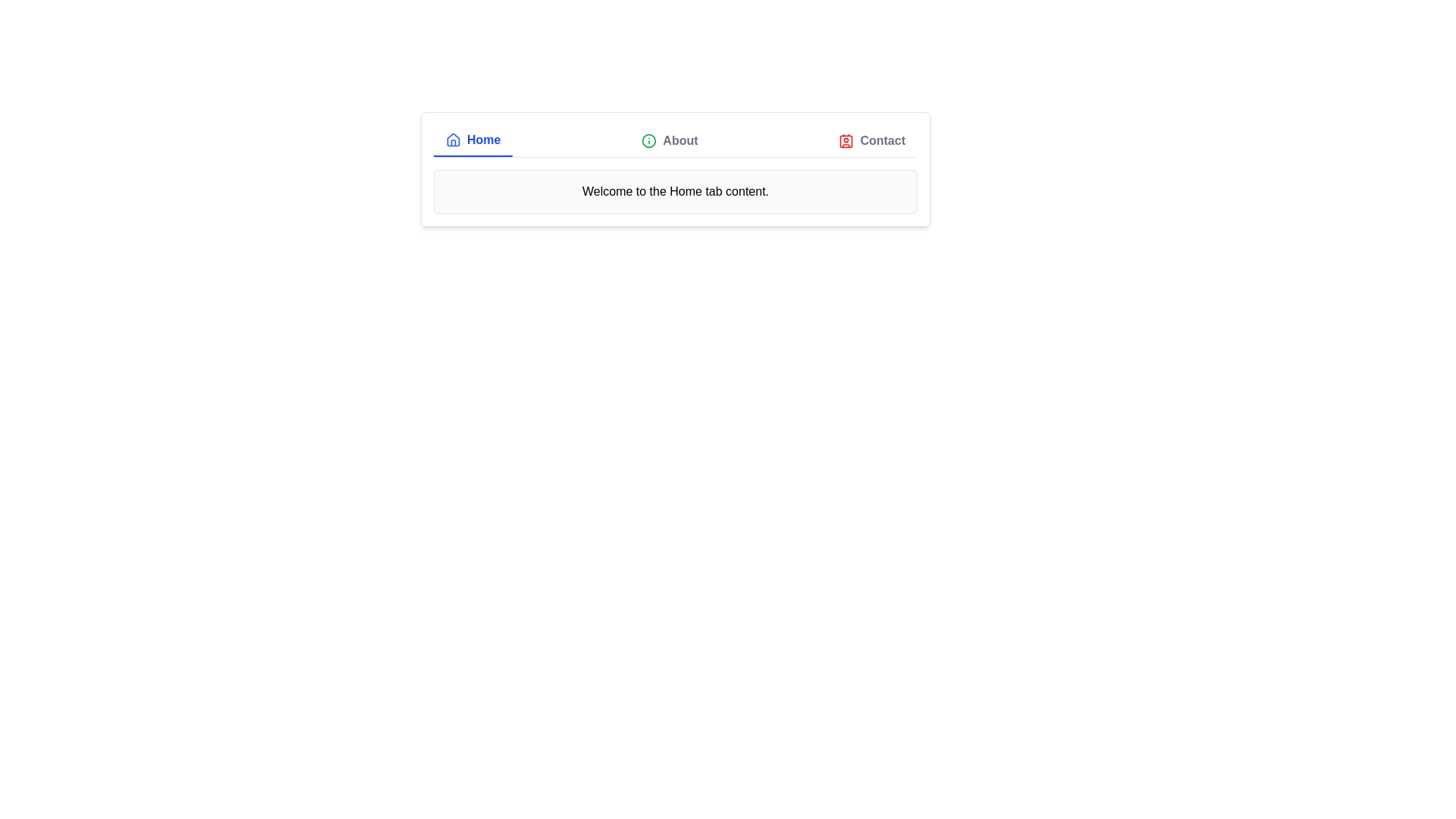 The image size is (1456, 819). What do you see at coordinates (679, 140) in the screenshot?
I see `the 'About' text label in the navigation bar` at bounding box center [679, 140].